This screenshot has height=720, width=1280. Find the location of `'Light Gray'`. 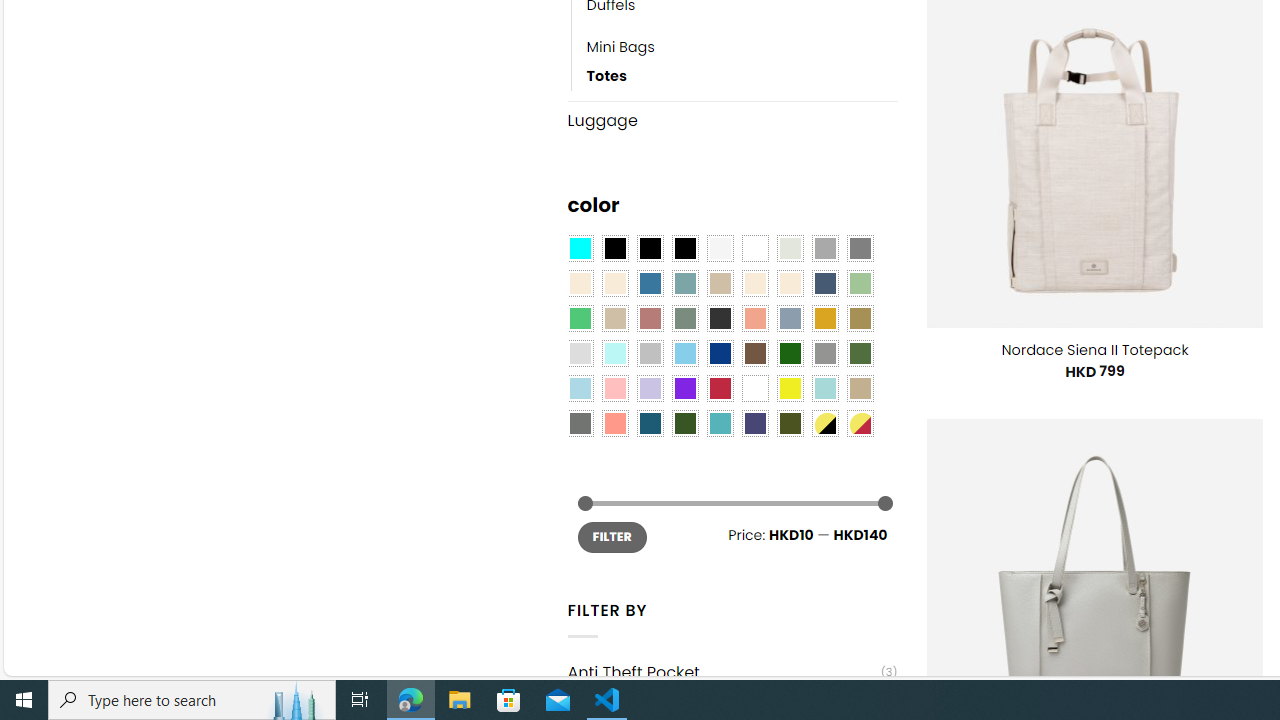

'Light Gray' is located at coordinates (578, 353).